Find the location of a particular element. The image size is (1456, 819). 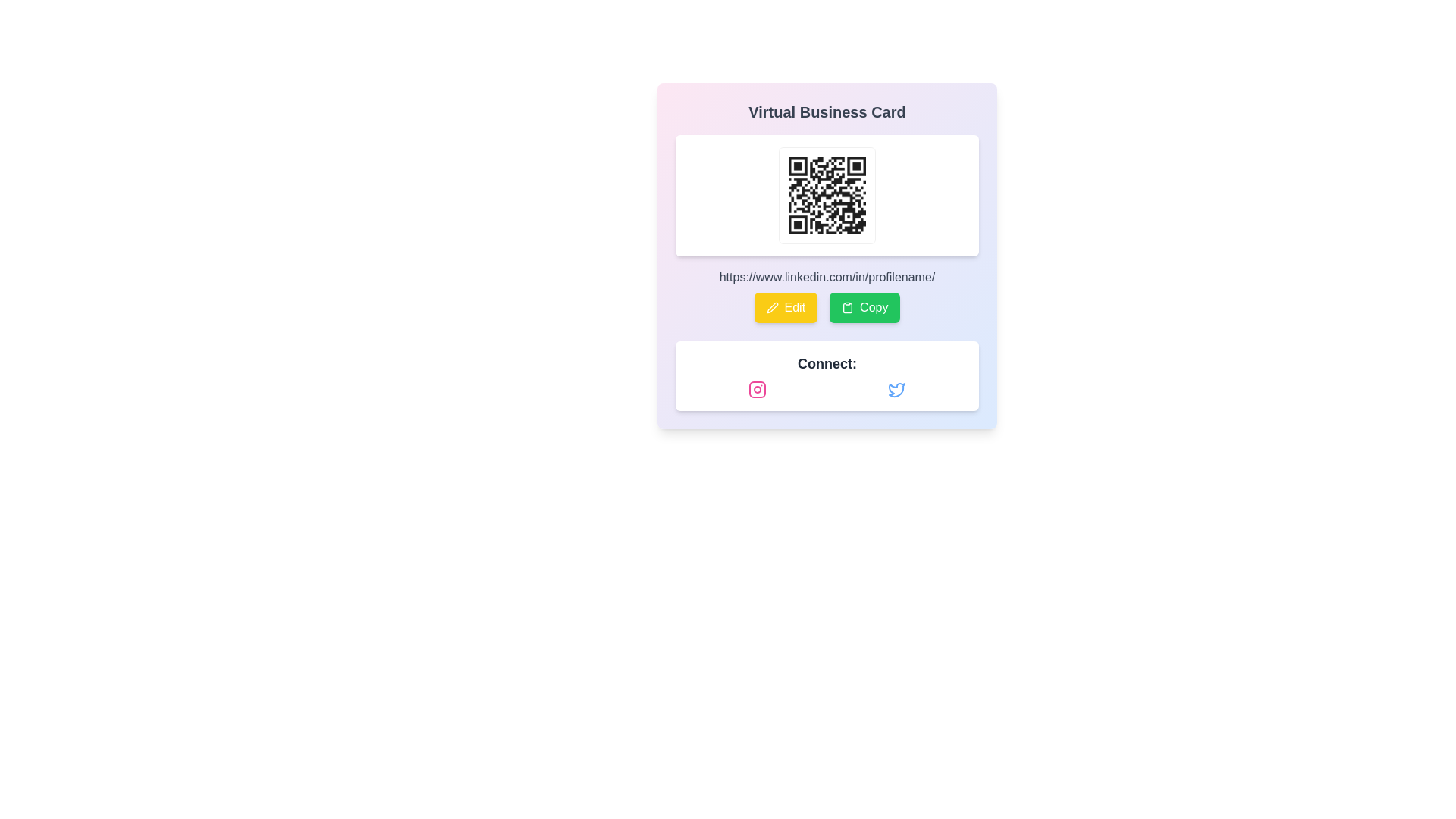

the green 'Copy' button containing the clipboard icon, which is located on the right-hand side below a link and adjacent is located at coordinates (847, 307).